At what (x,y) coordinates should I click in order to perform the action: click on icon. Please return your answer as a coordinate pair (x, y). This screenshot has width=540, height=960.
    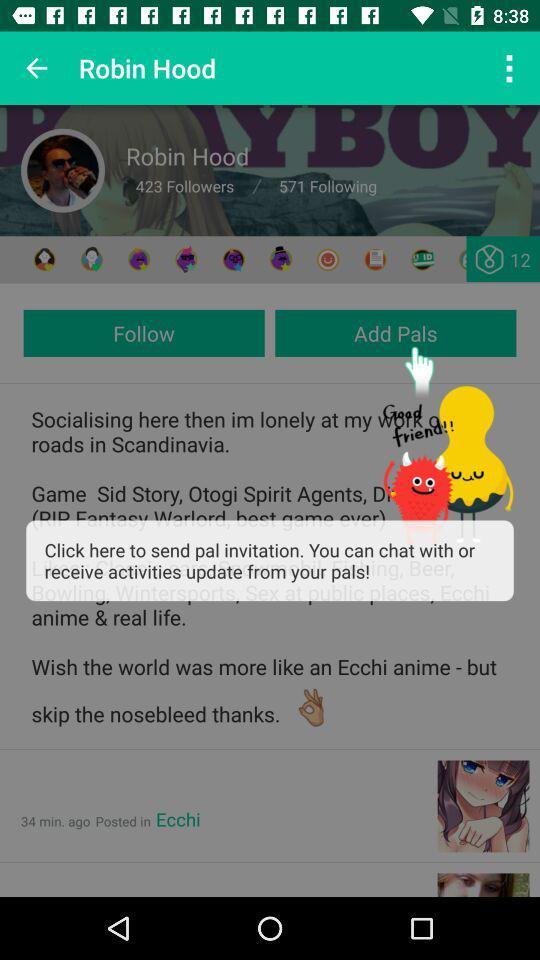
    Looking at the image, I should click on (138, 258).